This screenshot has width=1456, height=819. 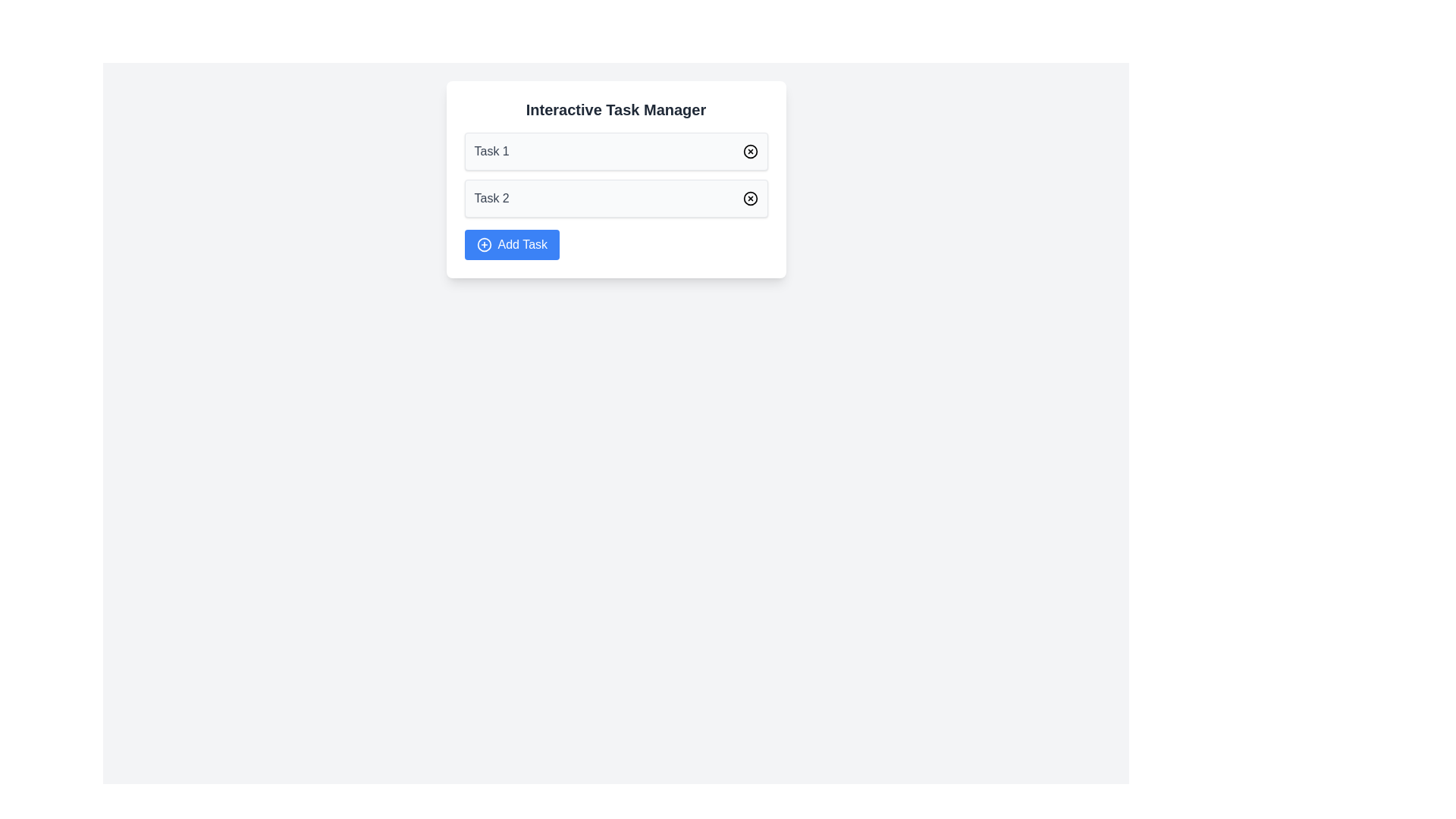 I want to click on the blue 'Add Task' button with white text and a plus sign icon located at the bottom of the 'Interactive Task Manager' card, so click(x=512, y=244).